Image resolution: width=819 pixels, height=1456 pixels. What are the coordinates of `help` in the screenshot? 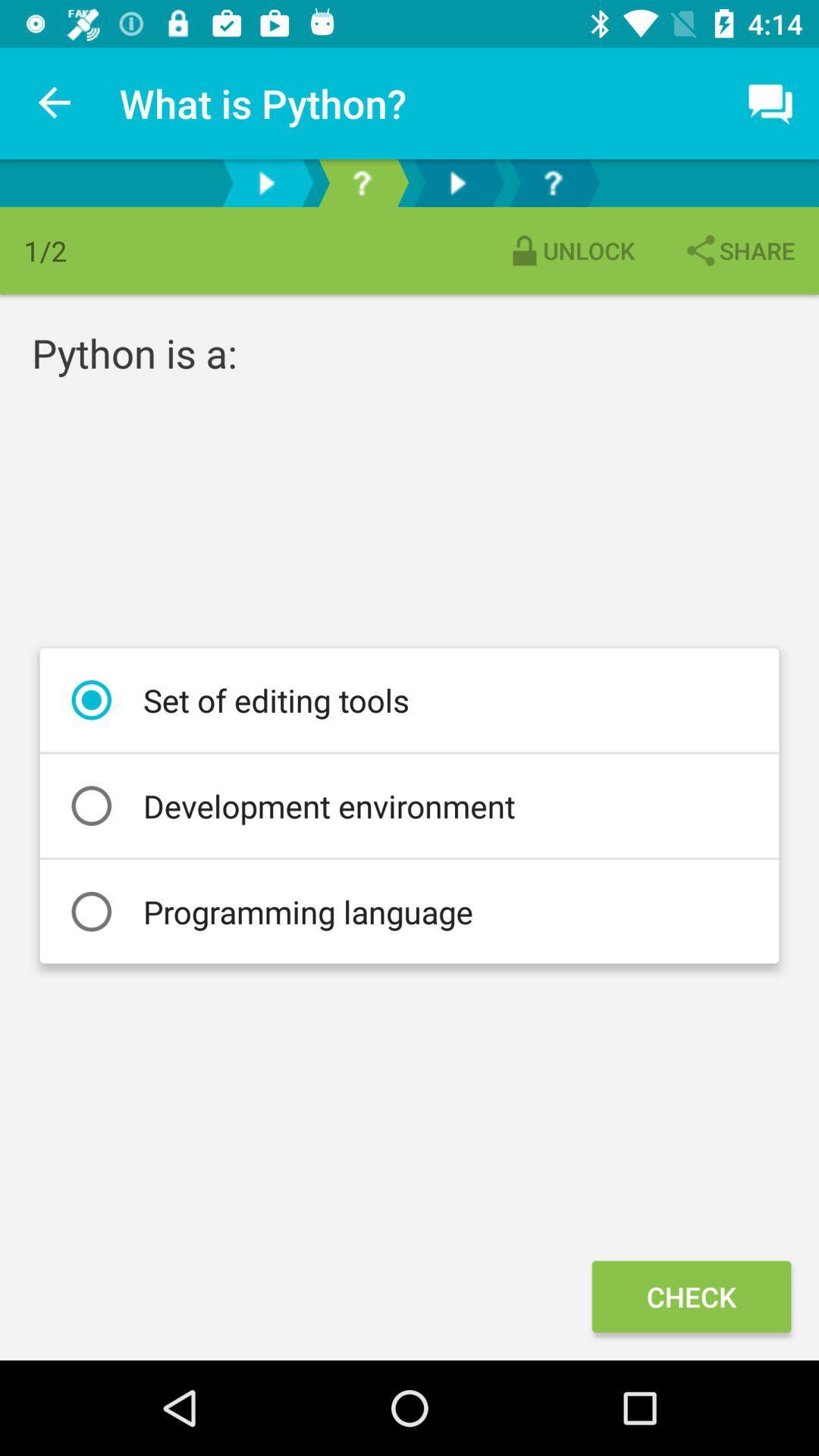 It's located at (553, 182).